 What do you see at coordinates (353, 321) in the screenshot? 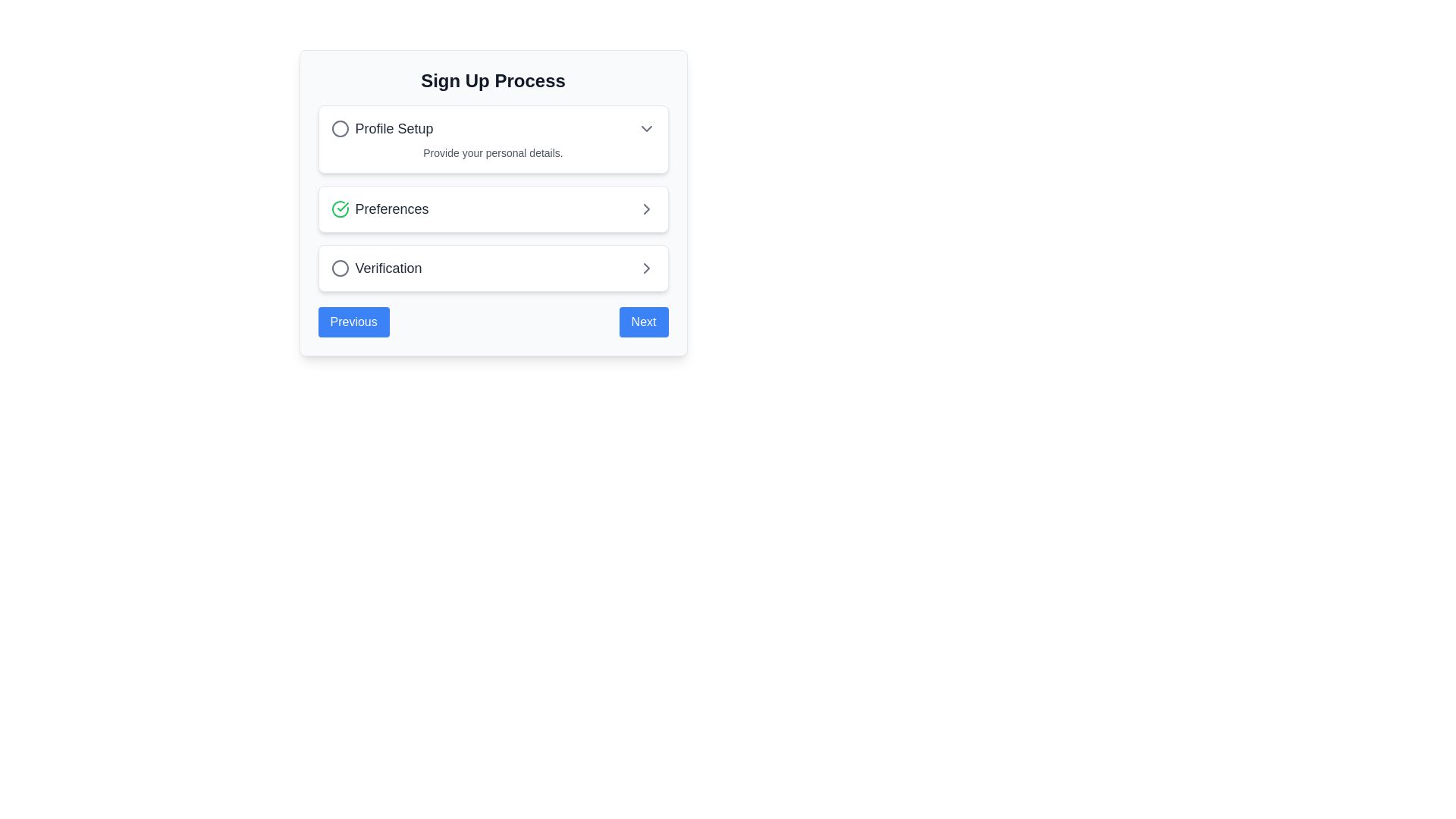
I see `the 'Previous' button located at the bottom-left corner of the 'Sign Up Process' card` at bounding box center [353, 321].